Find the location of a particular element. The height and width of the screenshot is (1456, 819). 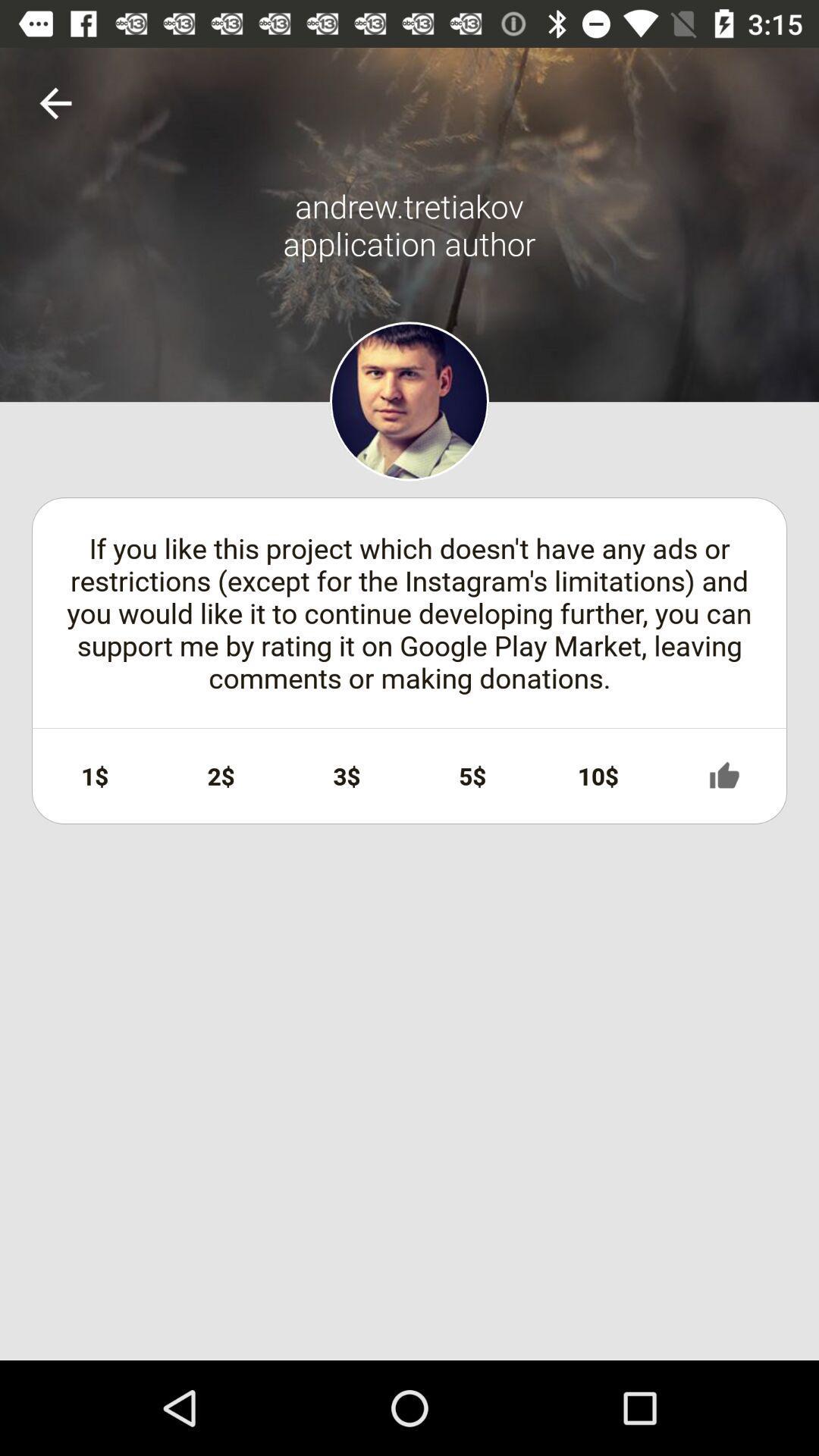

profile photo is located at coordinates (409, 401).